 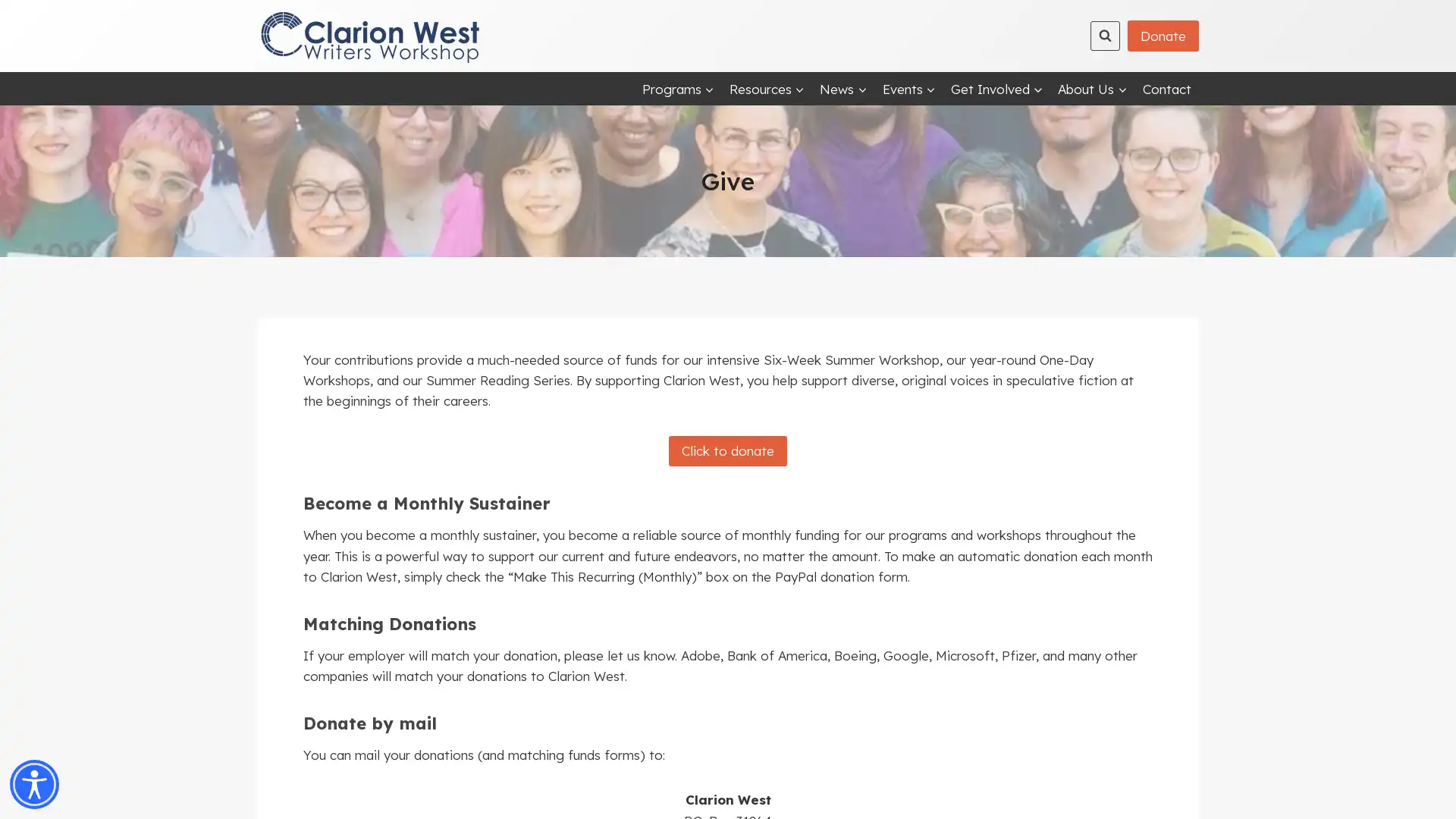 What do you see at coordinates (843, 88) in the screenshot?
I see `Expand child menu` at bounding box center [843, 88].